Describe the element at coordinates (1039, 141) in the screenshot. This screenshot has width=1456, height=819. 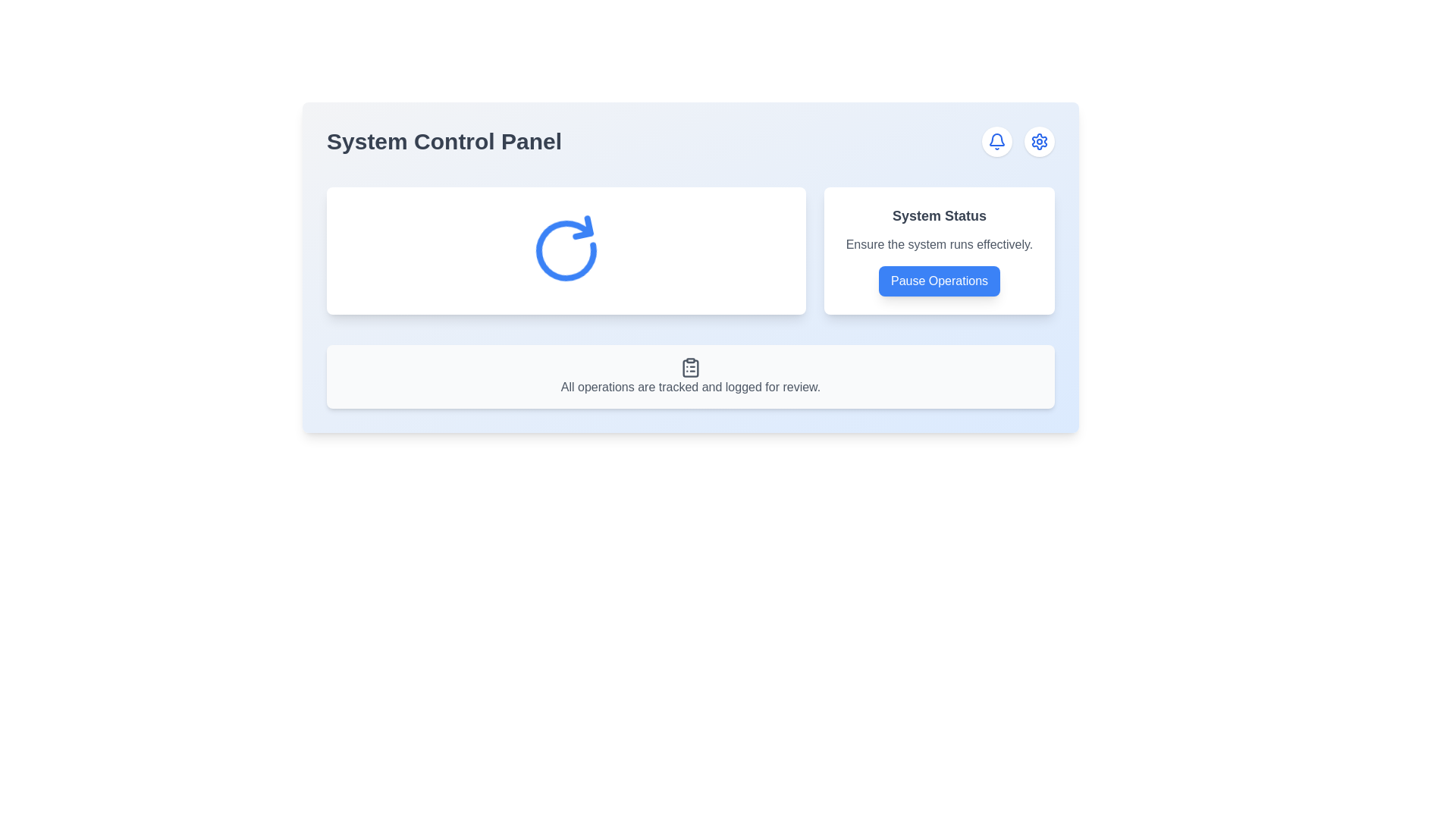
I see `the blue gear icon button located in the top-right corner of the interface` at that location.